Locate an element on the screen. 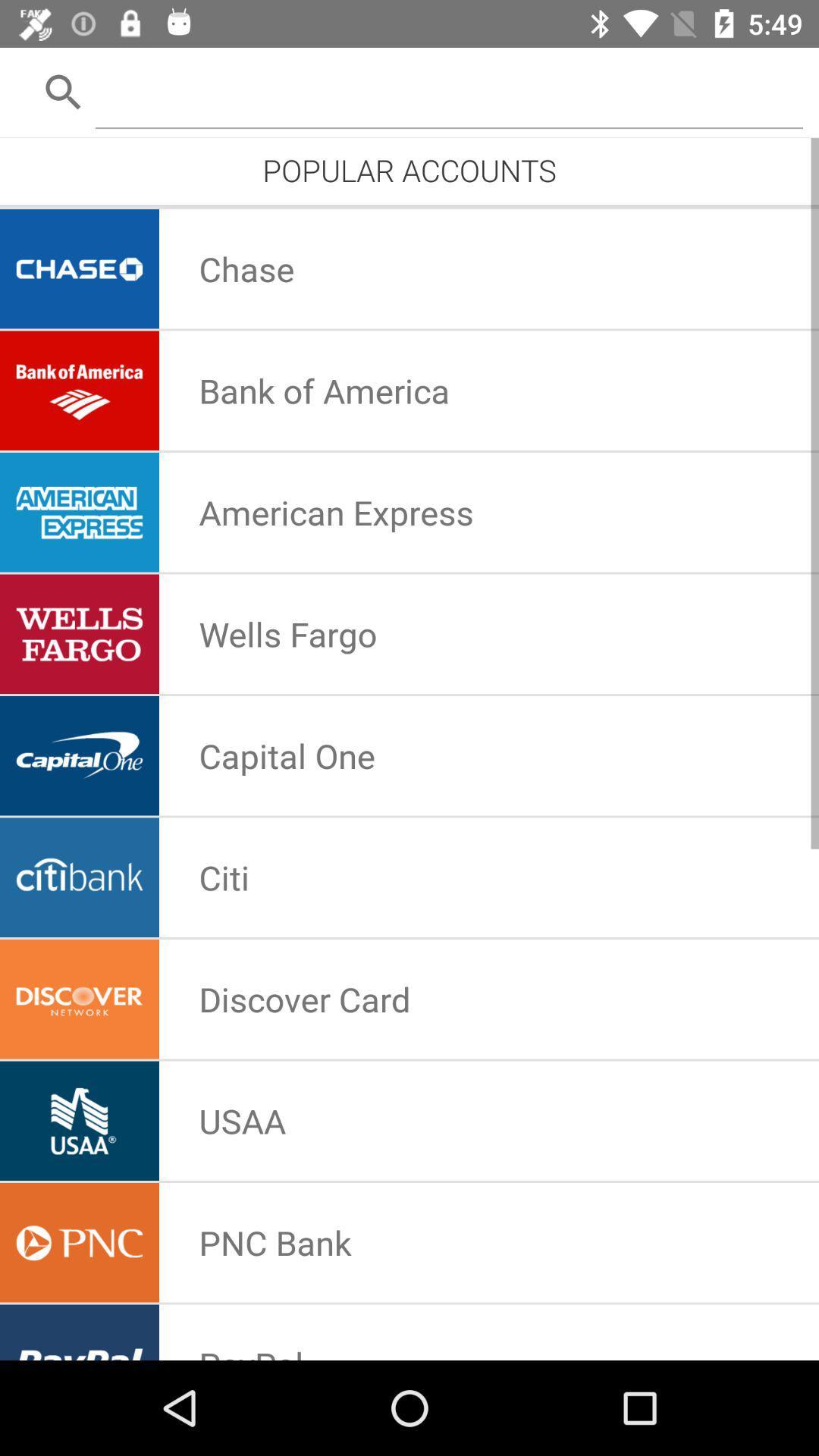 The height and width of the screenshot is (1456, 819). capital one is located at coordinates (287, 755).